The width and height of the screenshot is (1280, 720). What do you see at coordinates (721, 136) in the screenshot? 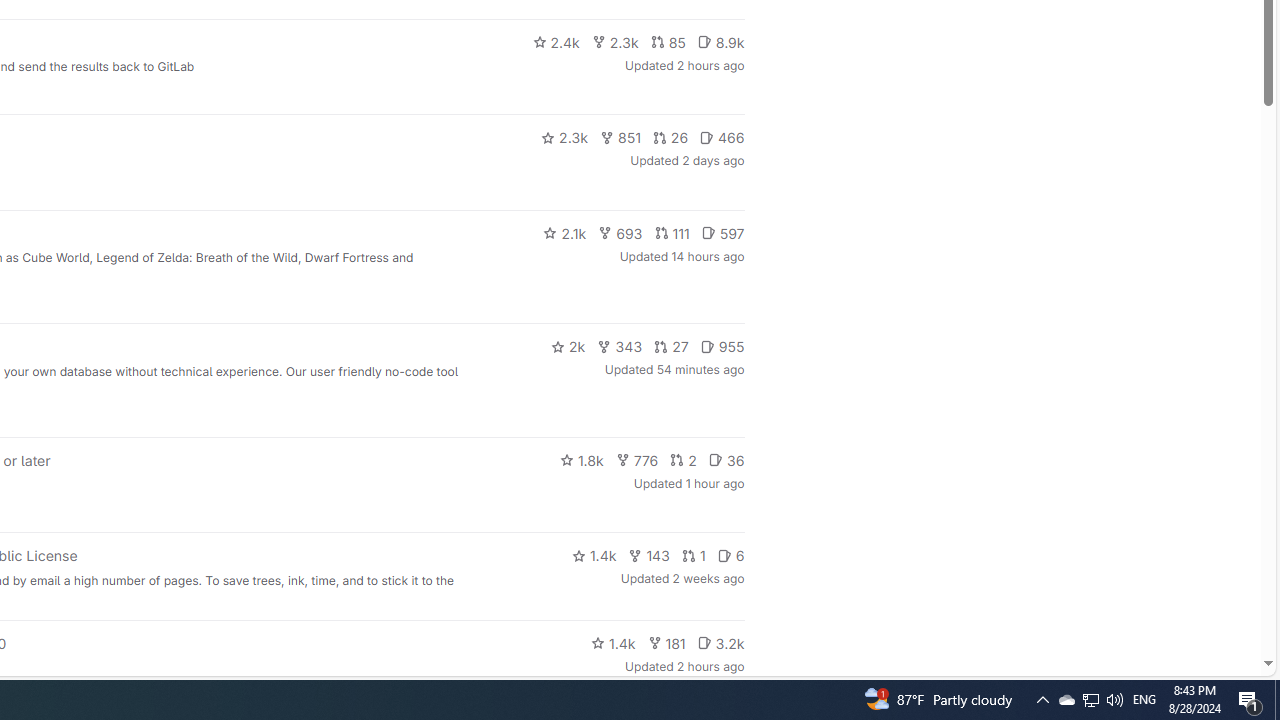
I see `'466'` at bounding box center [721, 136].